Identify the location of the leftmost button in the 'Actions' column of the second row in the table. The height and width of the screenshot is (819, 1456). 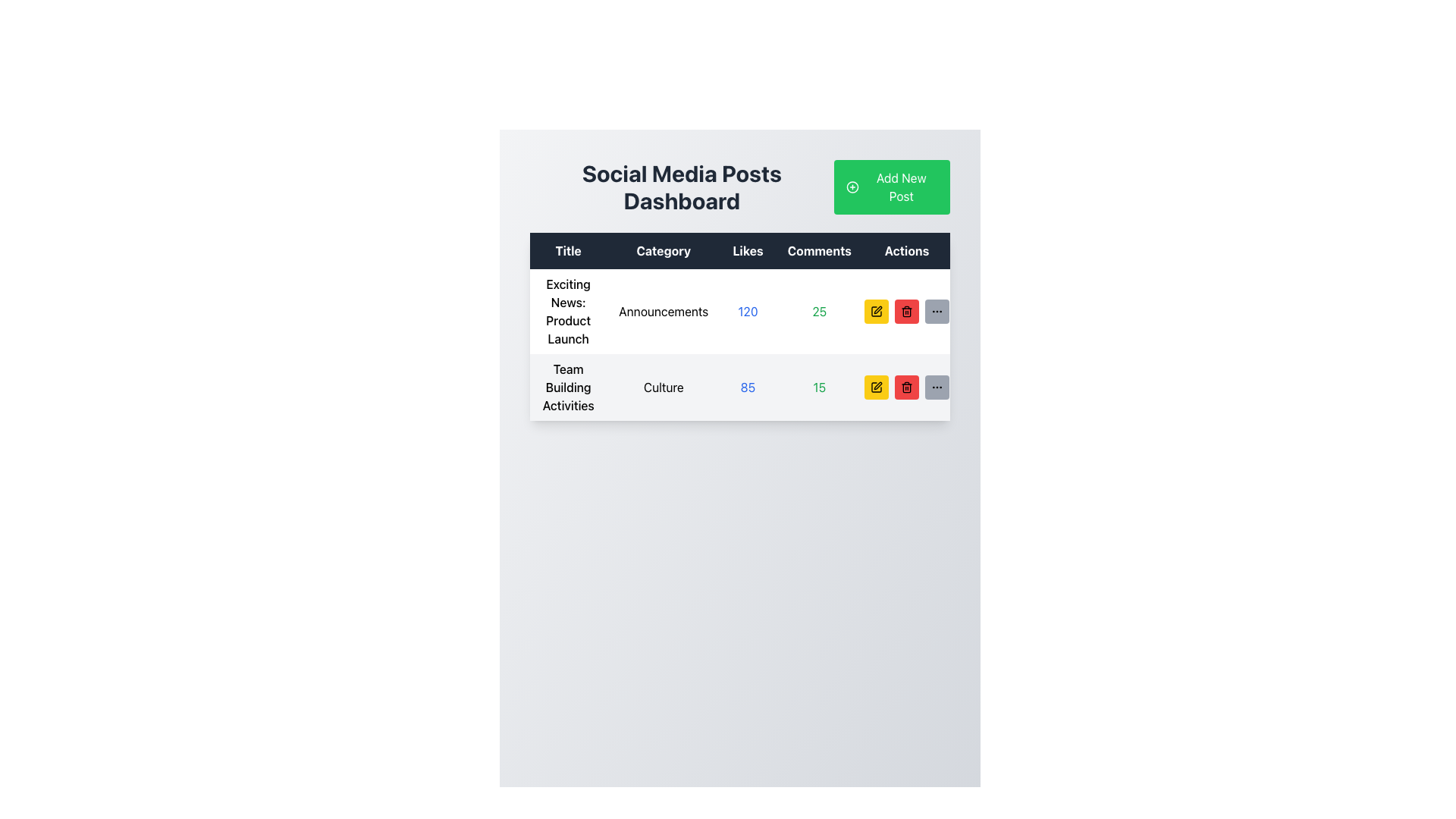
(877, 311).